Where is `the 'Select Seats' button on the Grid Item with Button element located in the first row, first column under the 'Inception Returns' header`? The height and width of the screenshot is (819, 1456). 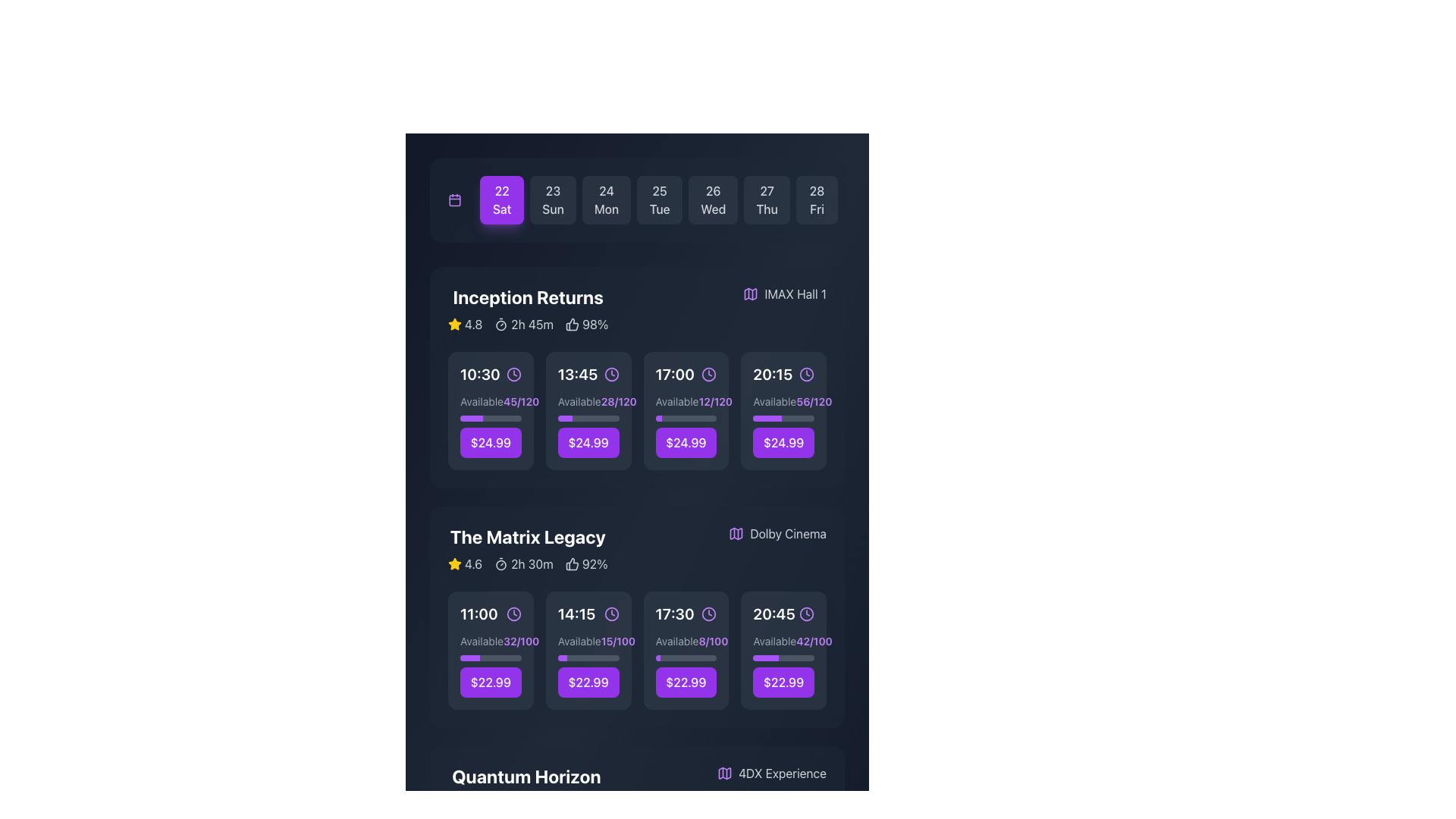
the 'Select Seats' button on the Grid Item with Button element located in the first row, first column under the 'Inception Returns' header is located at coordinates (491, 411).